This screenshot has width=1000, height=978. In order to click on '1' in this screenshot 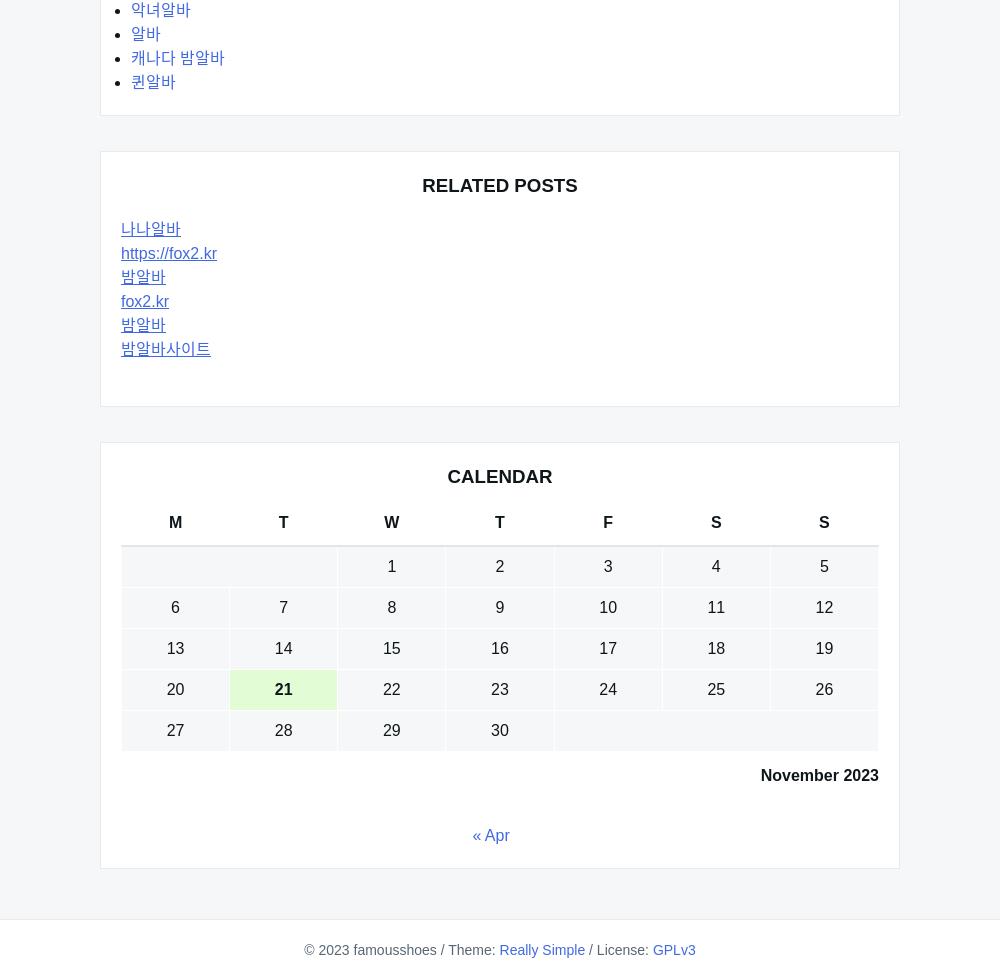, I will do `click(391, 566)`.